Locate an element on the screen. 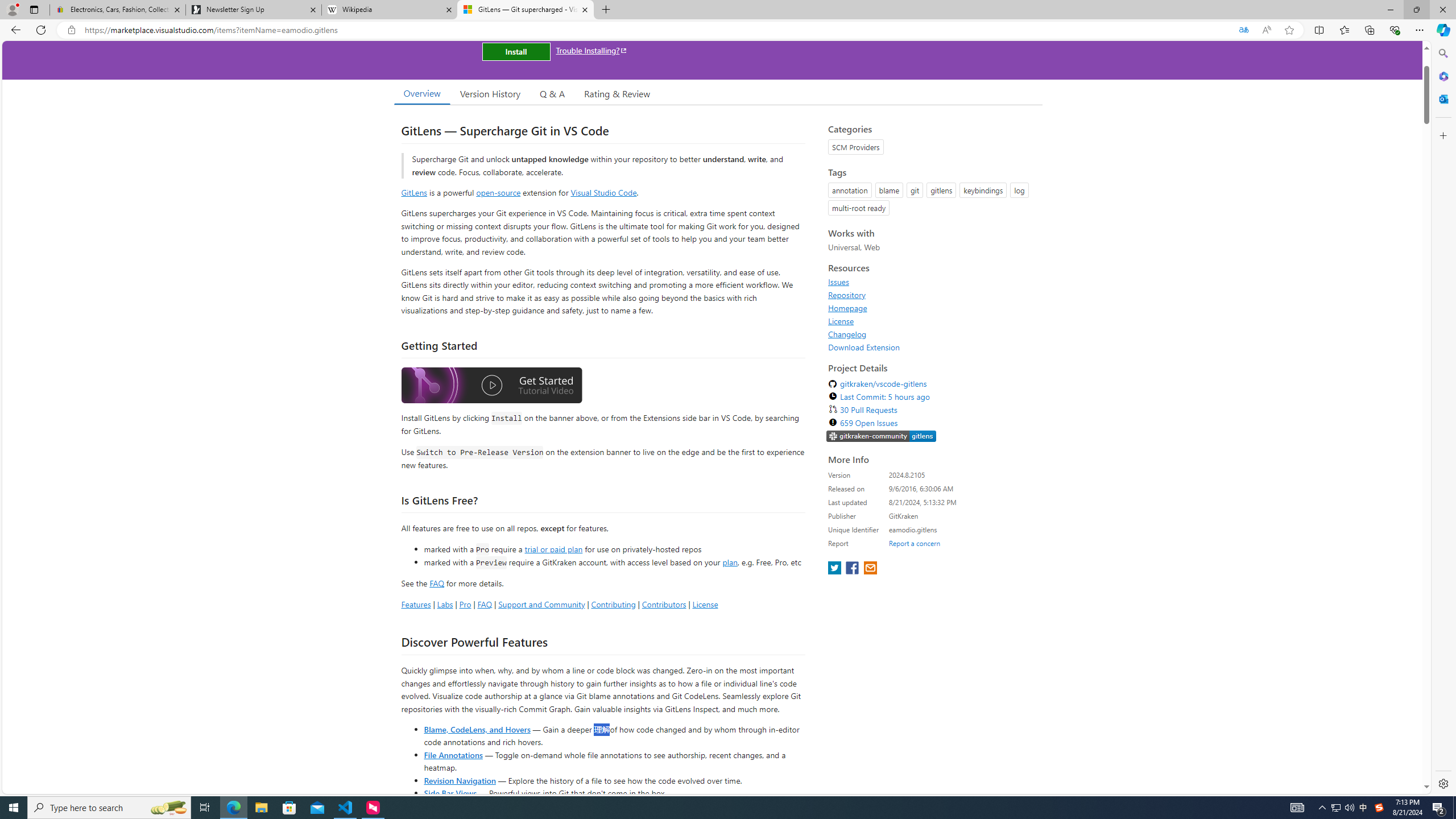 The height and width of the screenshot is (819, 1456). 'Changelog' is located at coordinates (846, 333).